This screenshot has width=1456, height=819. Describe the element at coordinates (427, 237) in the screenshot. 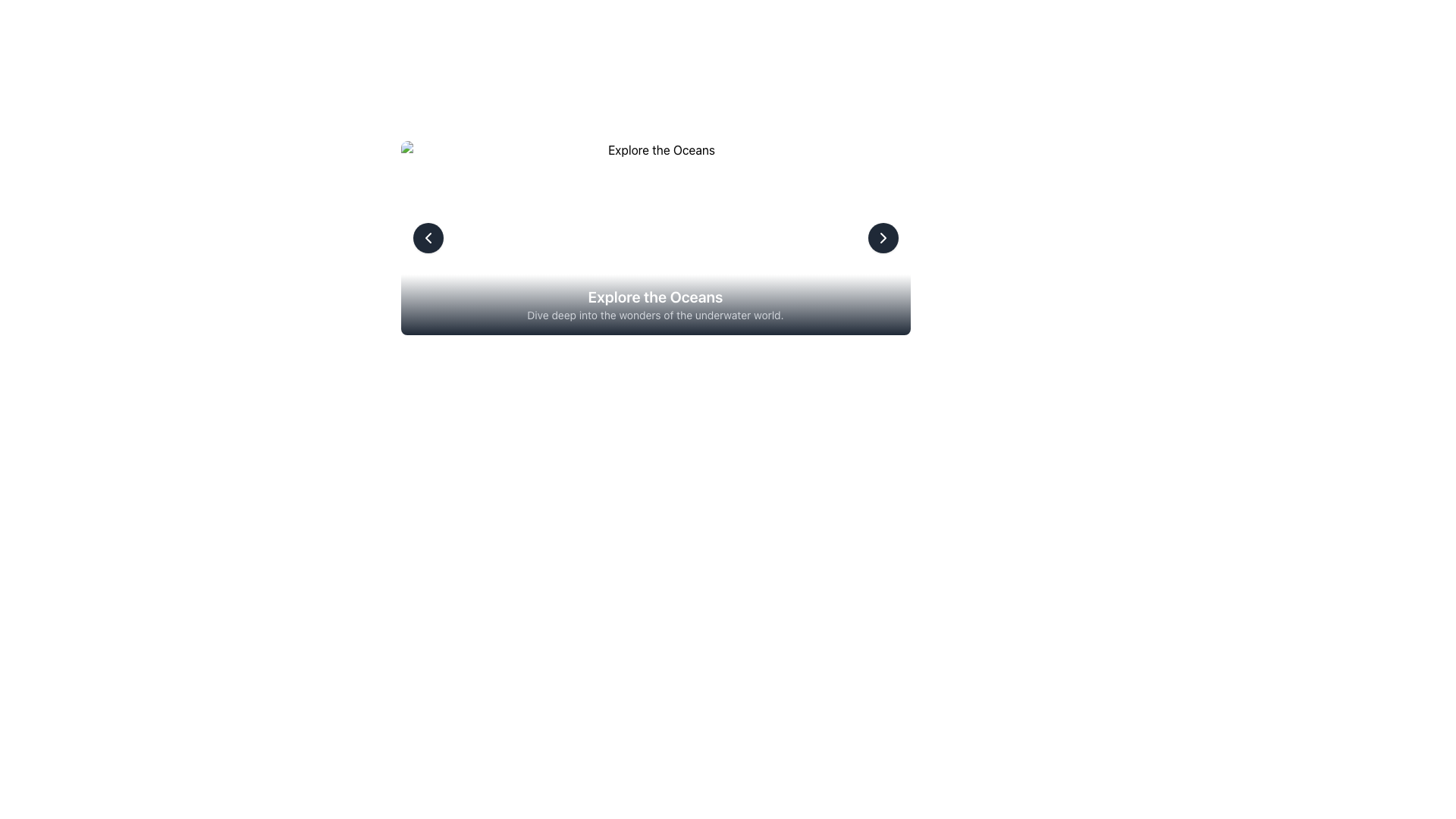

I see `the left-facing chevron arrow icon` at that location.